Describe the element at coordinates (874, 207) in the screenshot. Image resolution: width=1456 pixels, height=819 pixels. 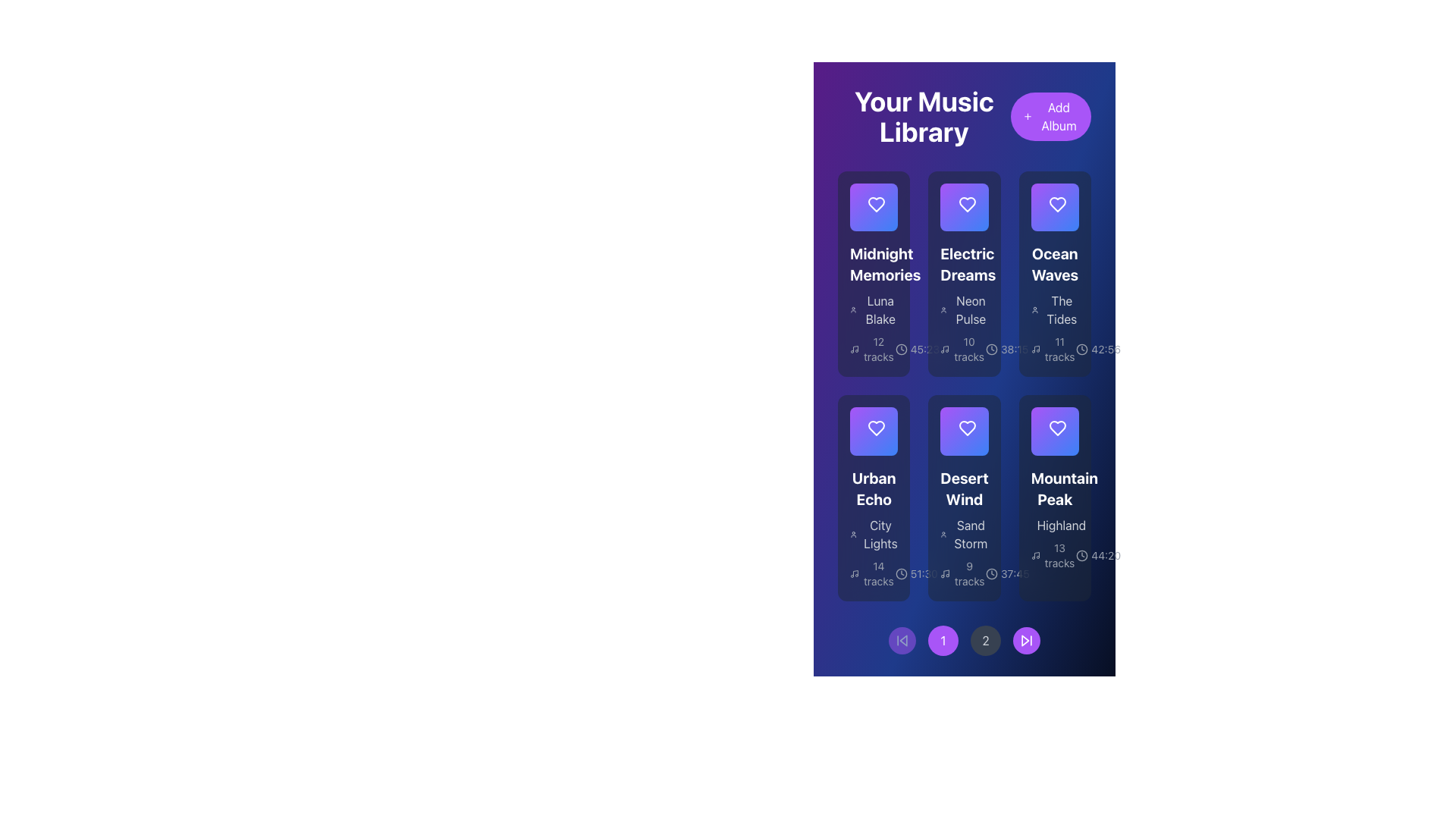
I see `the SVG Icon in the top-left corner of the 'Midnight Memories' album entry to initiate playback` at that location.